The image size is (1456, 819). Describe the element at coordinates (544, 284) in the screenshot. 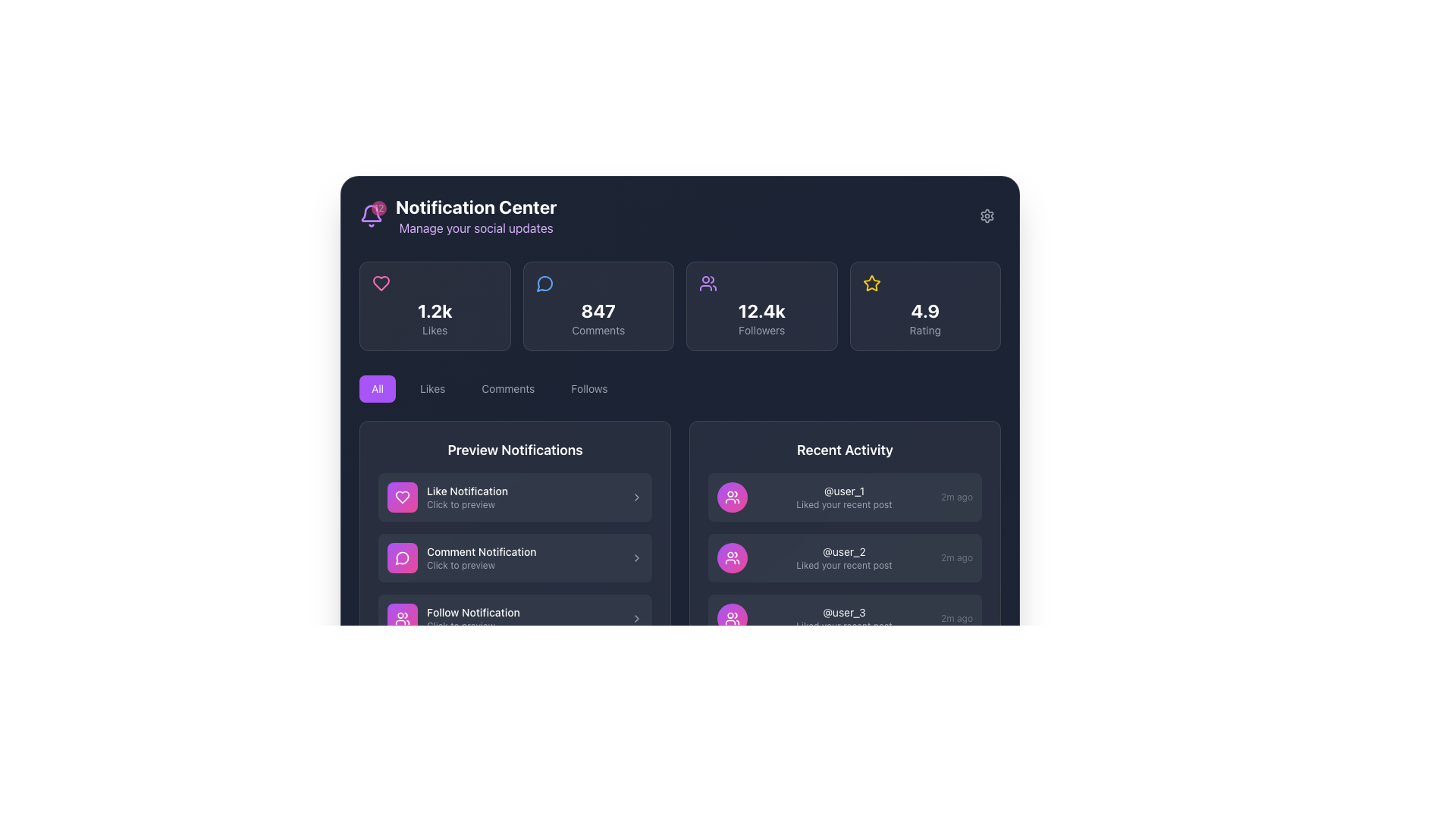

I see `the 'Comments' icon, which is the second icon from the left in the row of statistic widgets below the 'Notification Center' header, indicating the comments category` at that location.